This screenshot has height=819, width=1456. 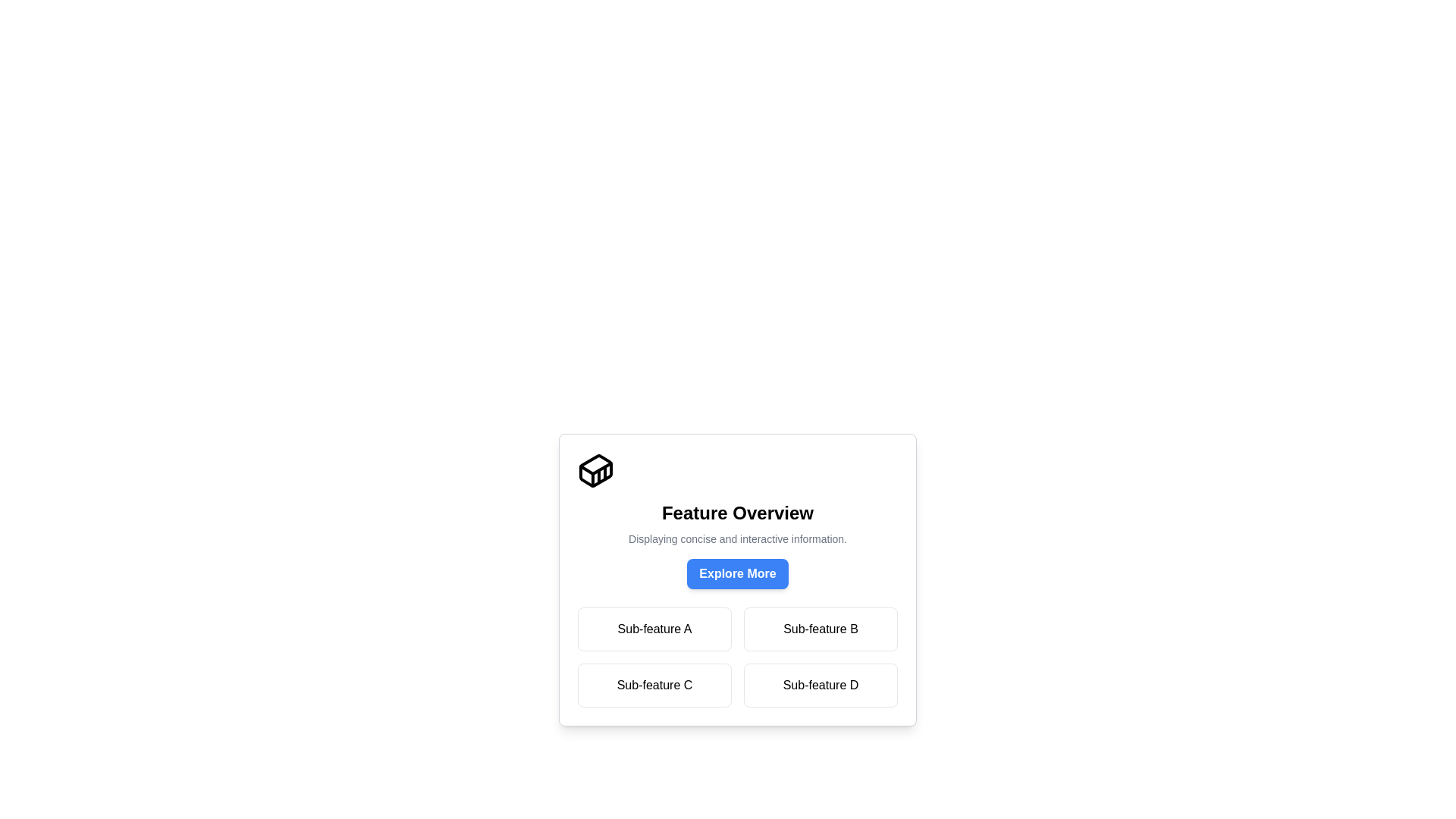 What do you see at coordinates (738, 538) in the screenshot?
I see `the text label that provides additional context below the 'Feature Overview' heading and above the 'Explore More' button` at bounding box center [738, 538].